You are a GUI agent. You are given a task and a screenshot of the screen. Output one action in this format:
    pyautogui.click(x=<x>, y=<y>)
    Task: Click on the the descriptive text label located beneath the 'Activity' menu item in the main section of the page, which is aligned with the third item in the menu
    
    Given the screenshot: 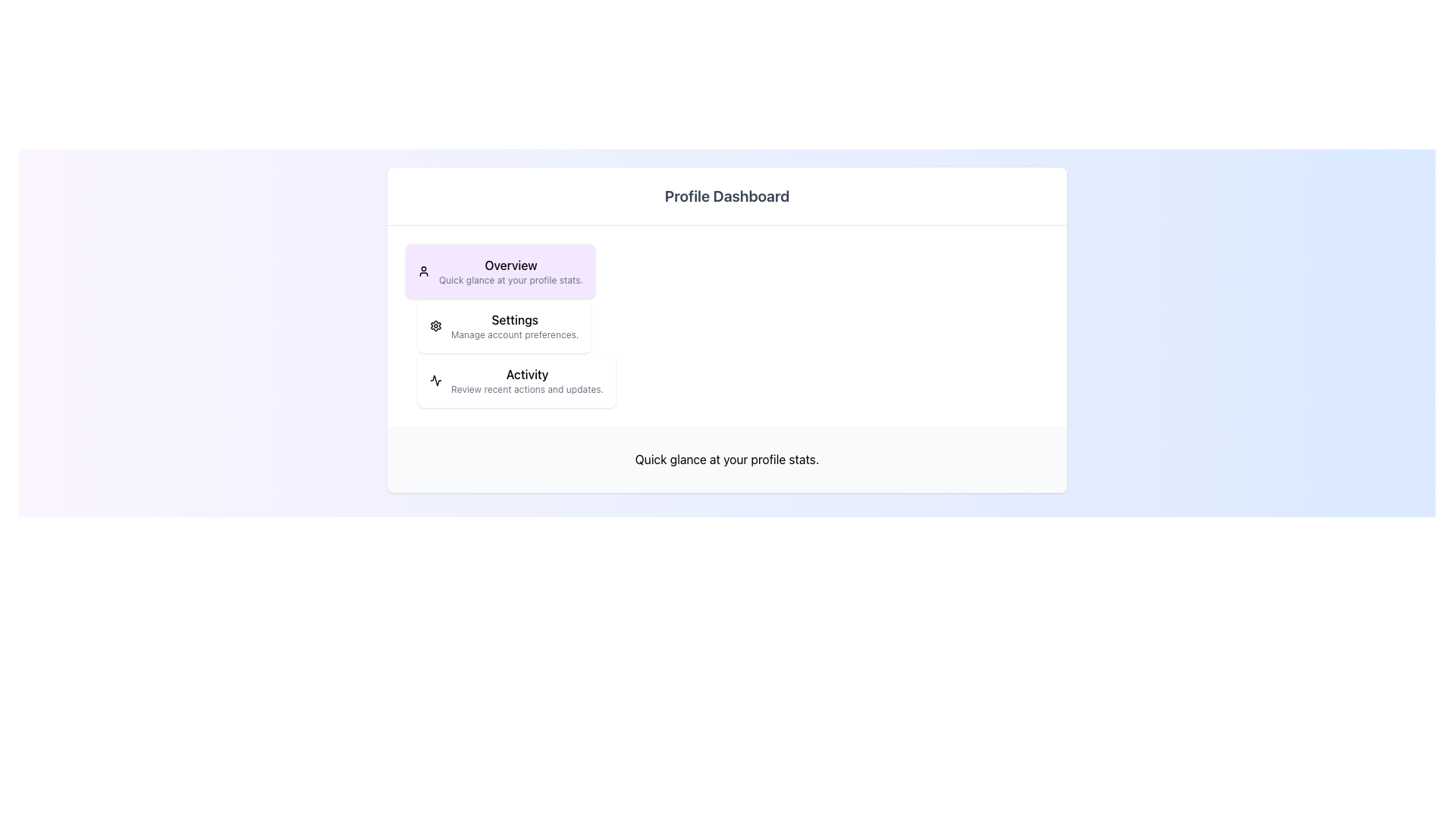 What is the action you would take?
    pyautogui.click(x=527, y=388)
    